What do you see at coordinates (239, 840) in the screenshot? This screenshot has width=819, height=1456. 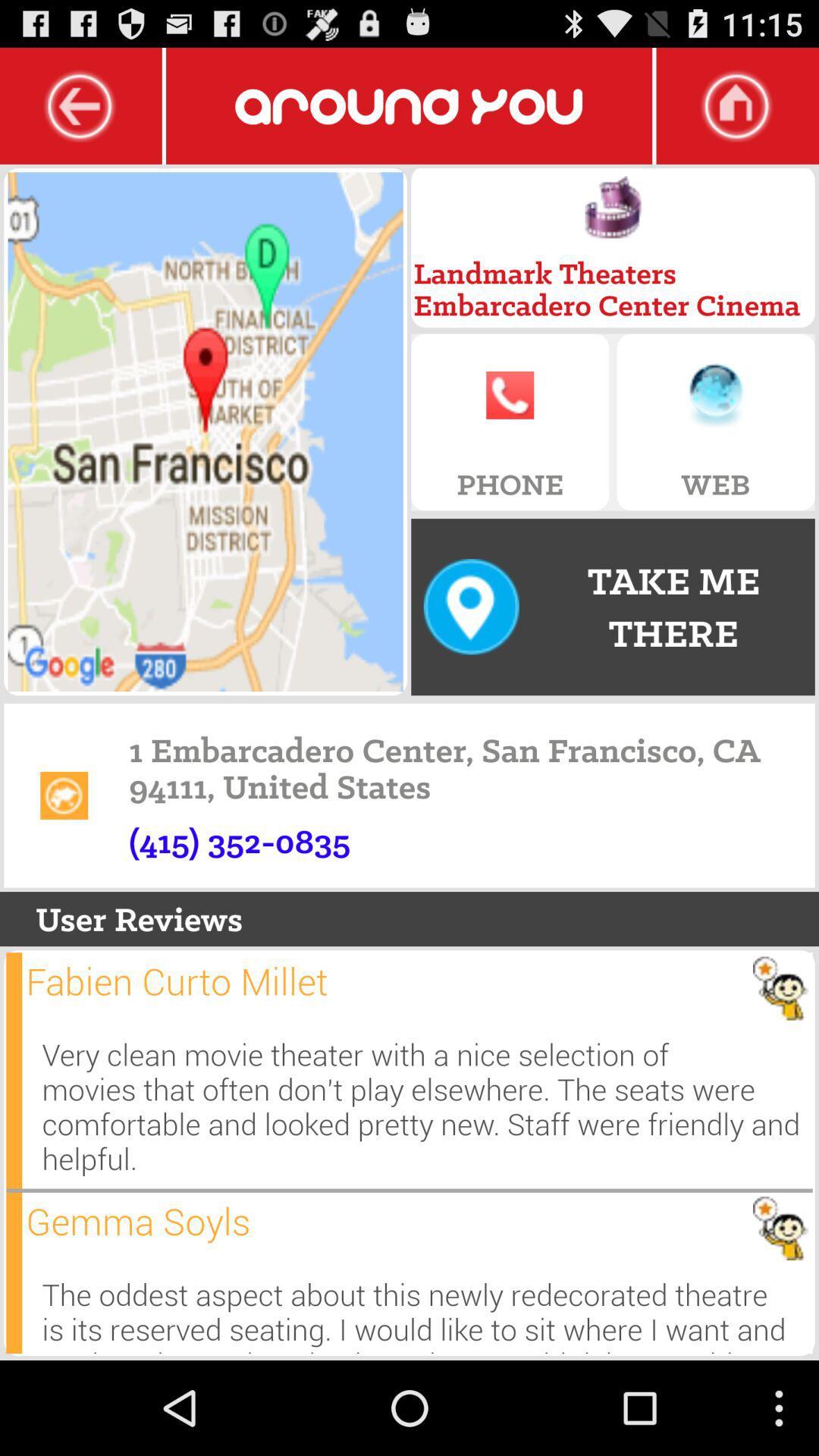 I see `the app below 1 embarcadero center icon` at bounding box center [239, 840].